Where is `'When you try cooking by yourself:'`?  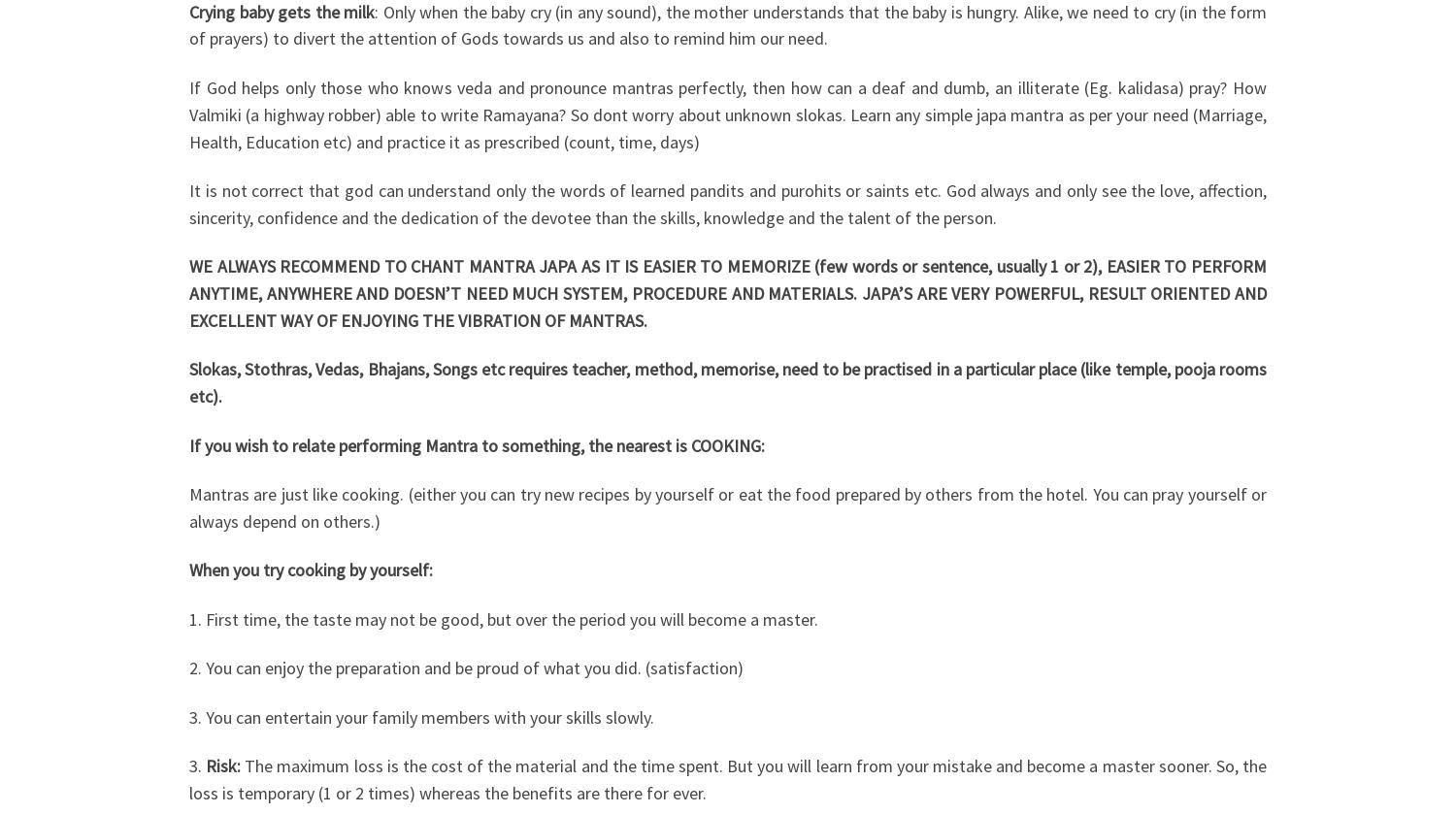
'When you try cooking by yourself:' is located at coordinates (310, 569).